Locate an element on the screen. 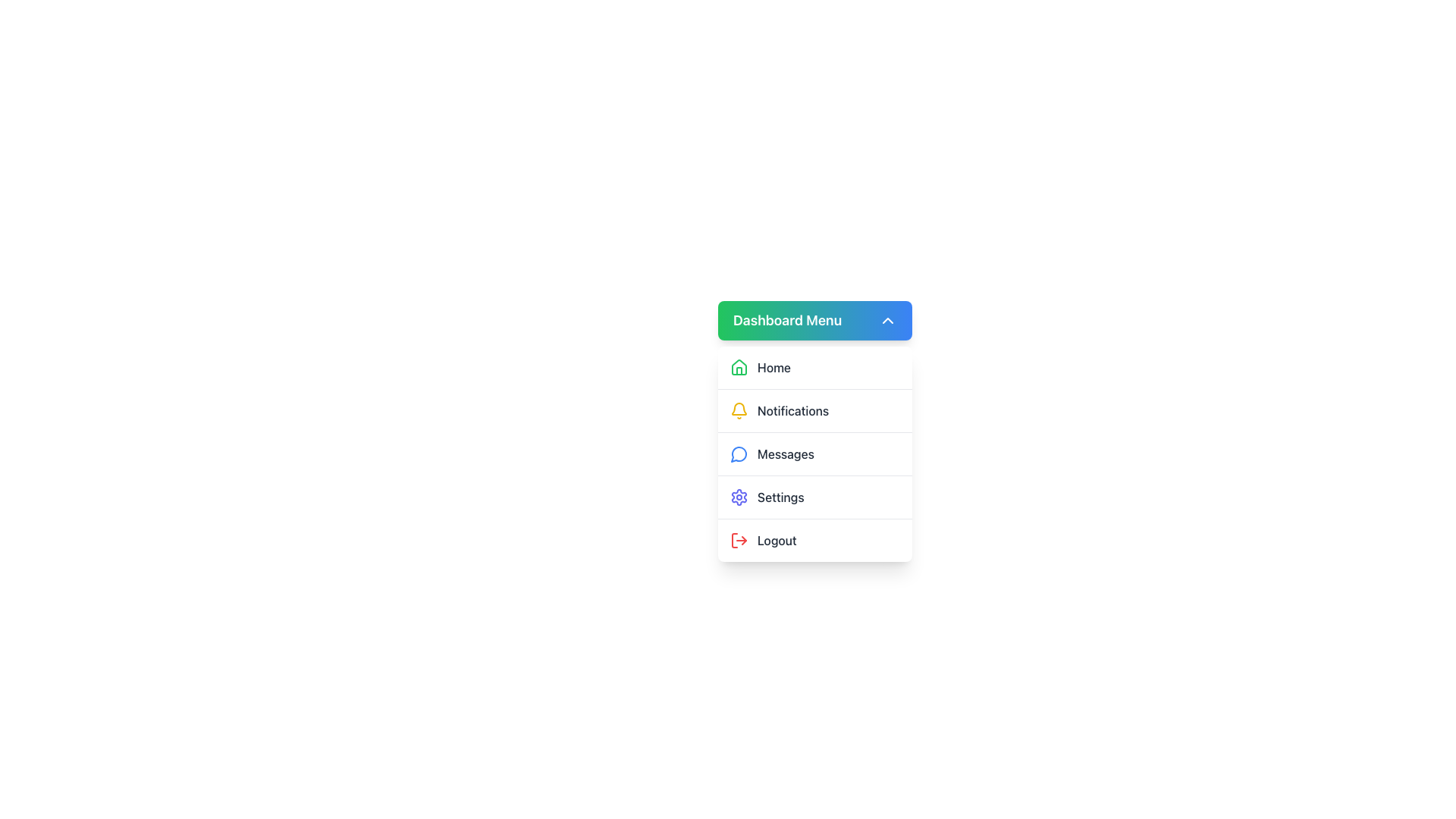 Image resolution: width=1456 pixels, height=819 pixels. the toggle button located at the top of the vertically stacked menu layout is located at coordinates (814, 320).